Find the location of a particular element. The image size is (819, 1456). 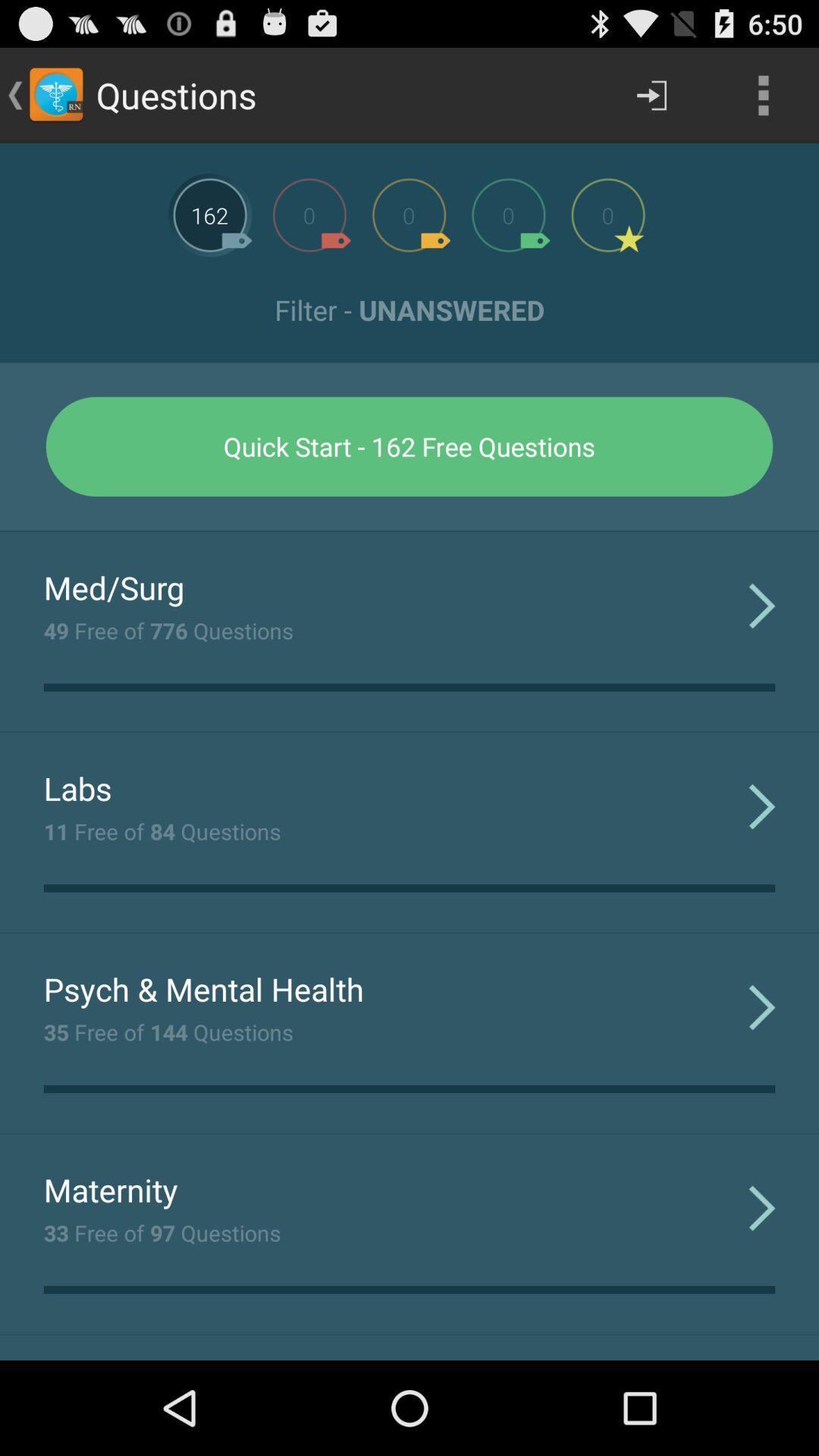

icon next to the questions icon is located at coordinates (651, 94).